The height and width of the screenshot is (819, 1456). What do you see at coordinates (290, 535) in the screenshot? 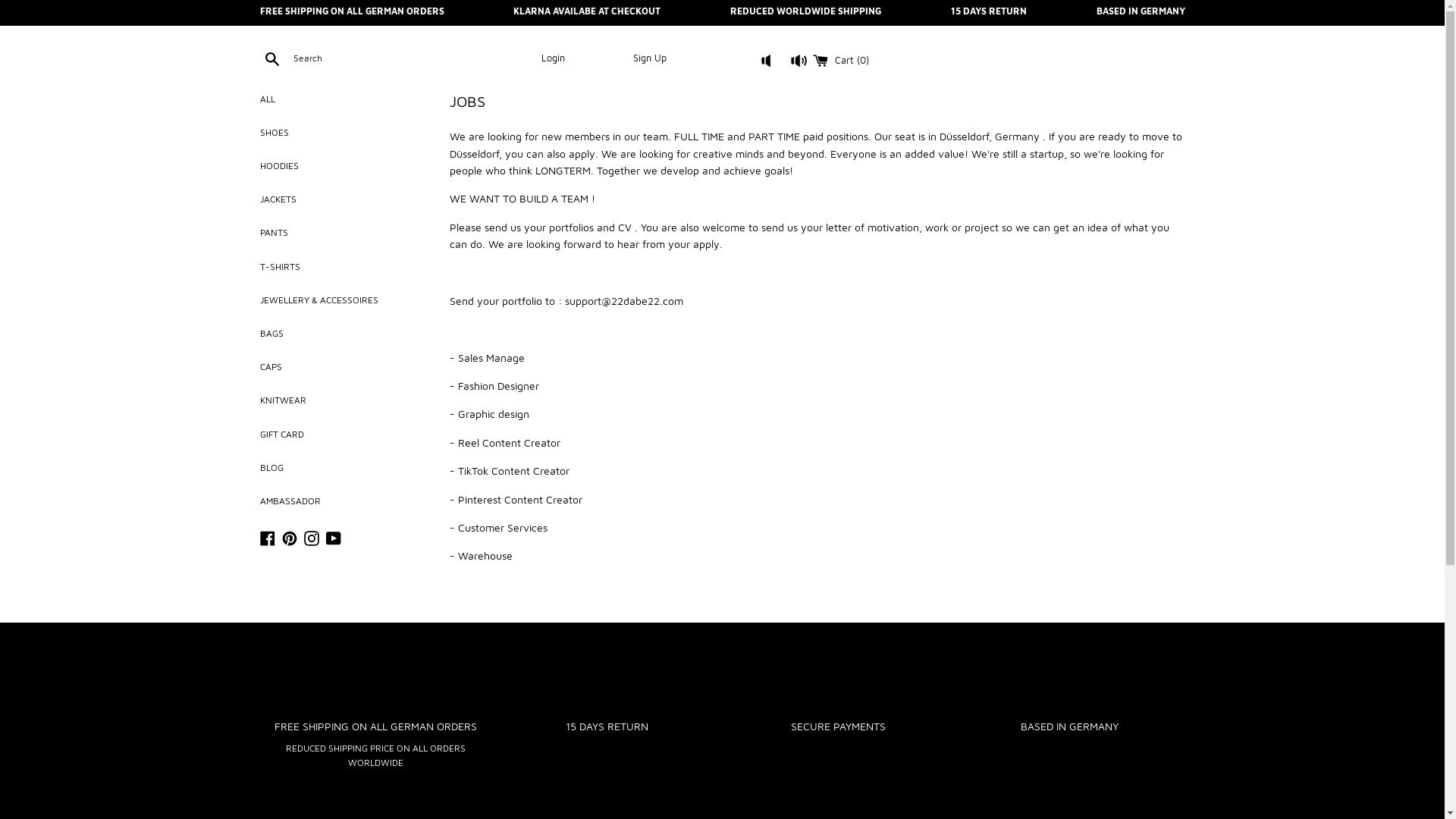
I see `'Pinterest'` at bounding box center [290, 535].